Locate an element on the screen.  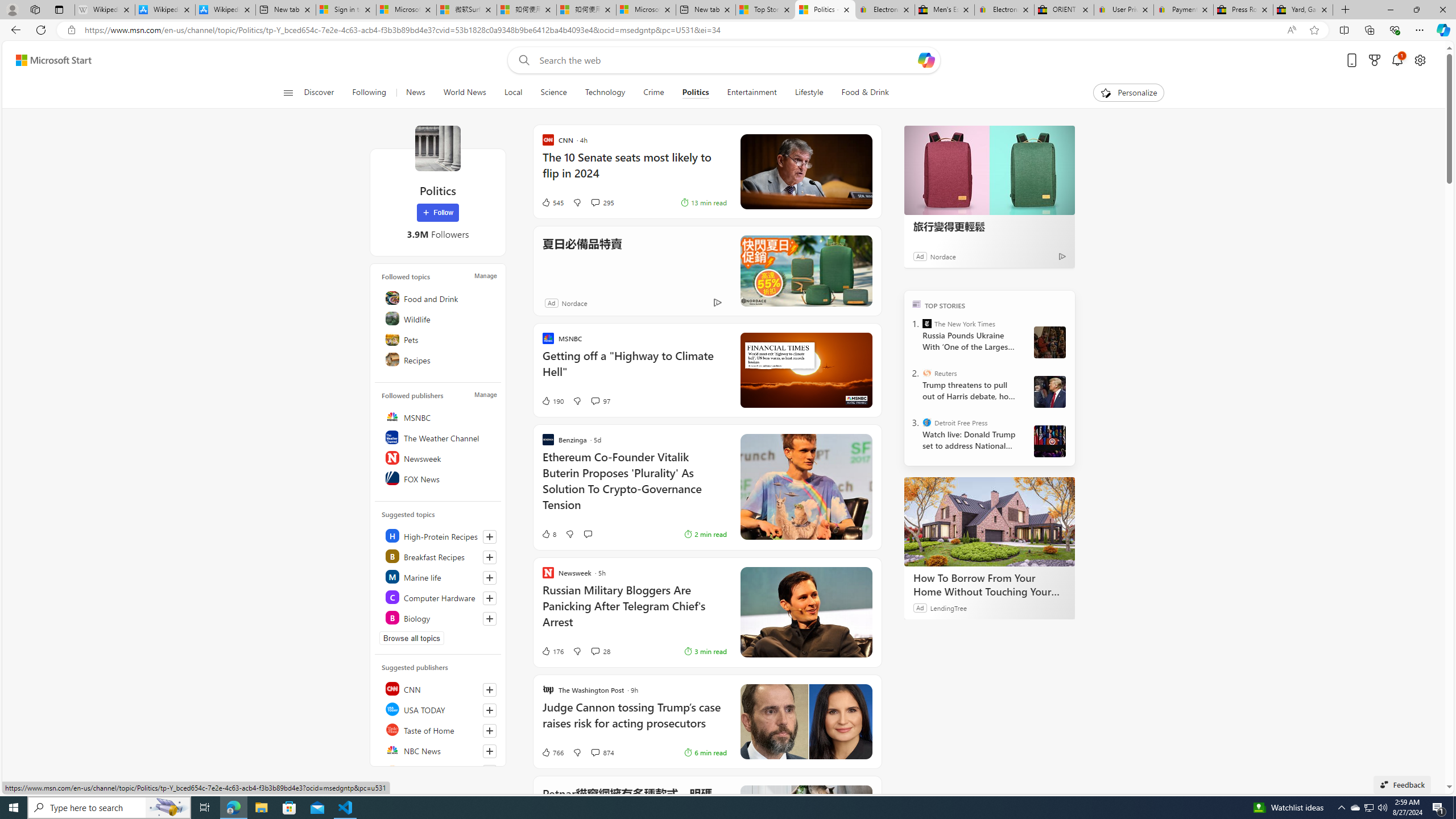
'View comments 295 Comment' is located at coordinates (594, 202).